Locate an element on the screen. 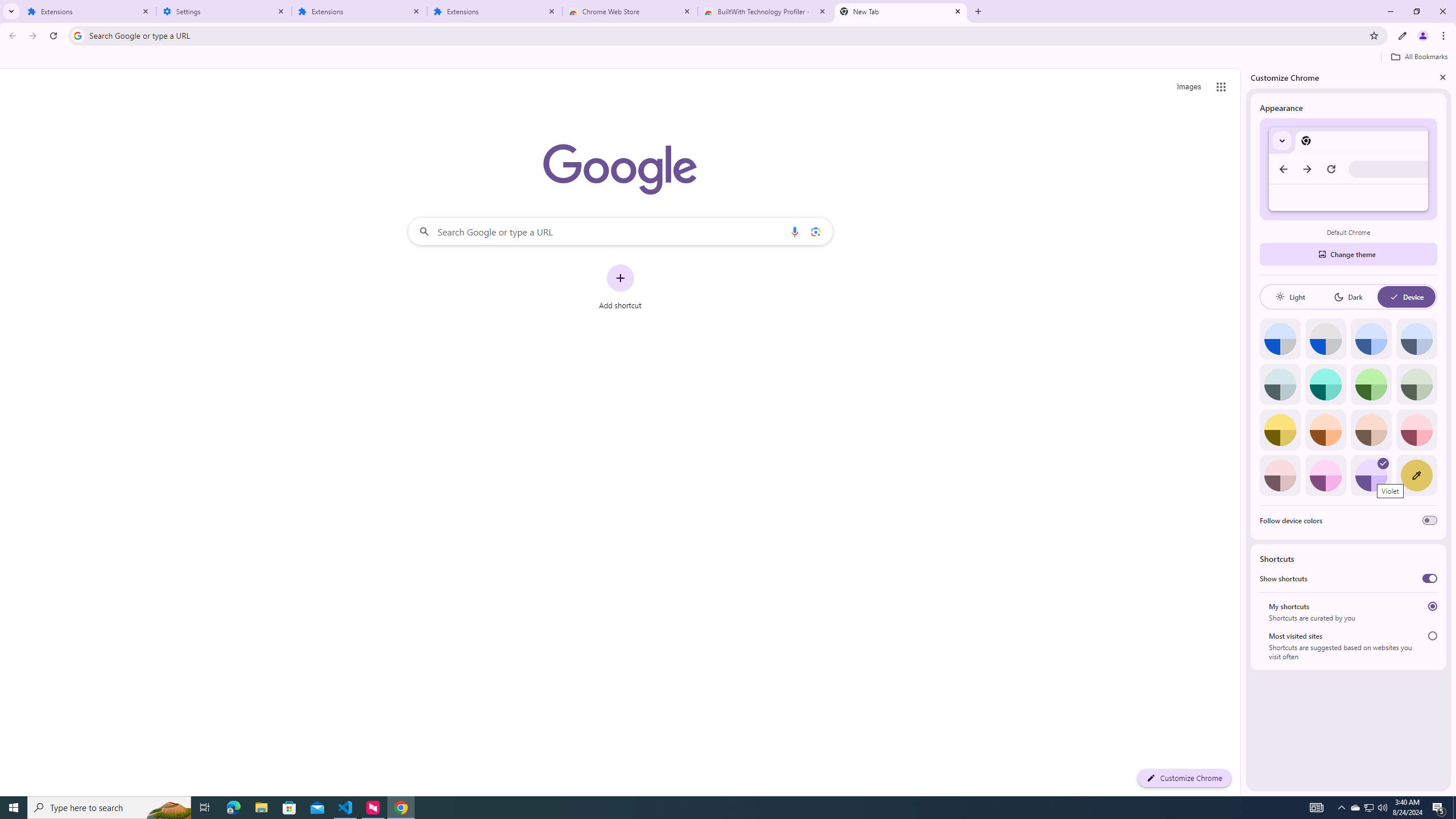 This screenshot has width=1456, height=819. 'New Tab' is located at coordinates (900, 11).